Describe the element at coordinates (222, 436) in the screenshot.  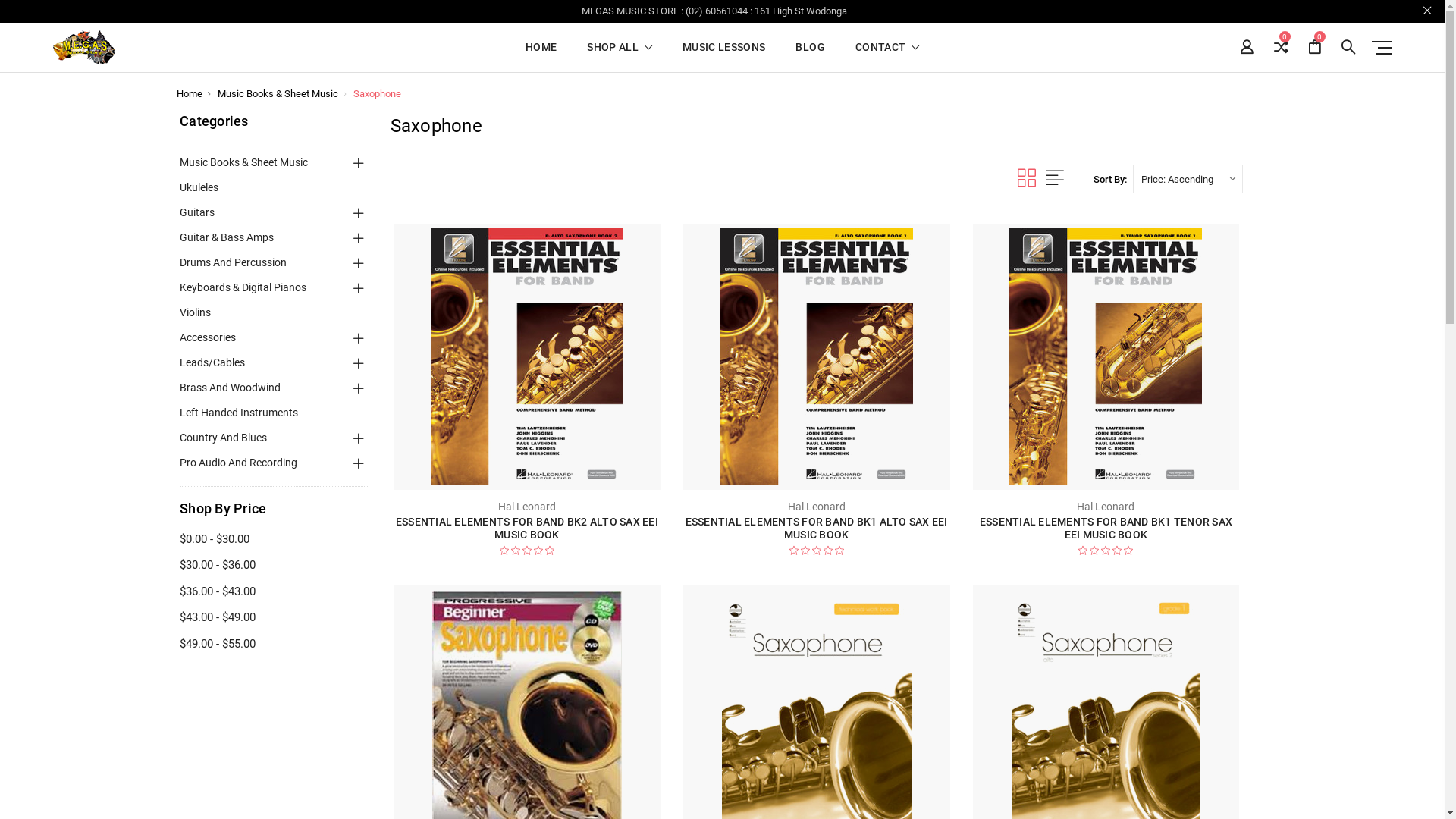
I see `'Country And Blues'` at that location.